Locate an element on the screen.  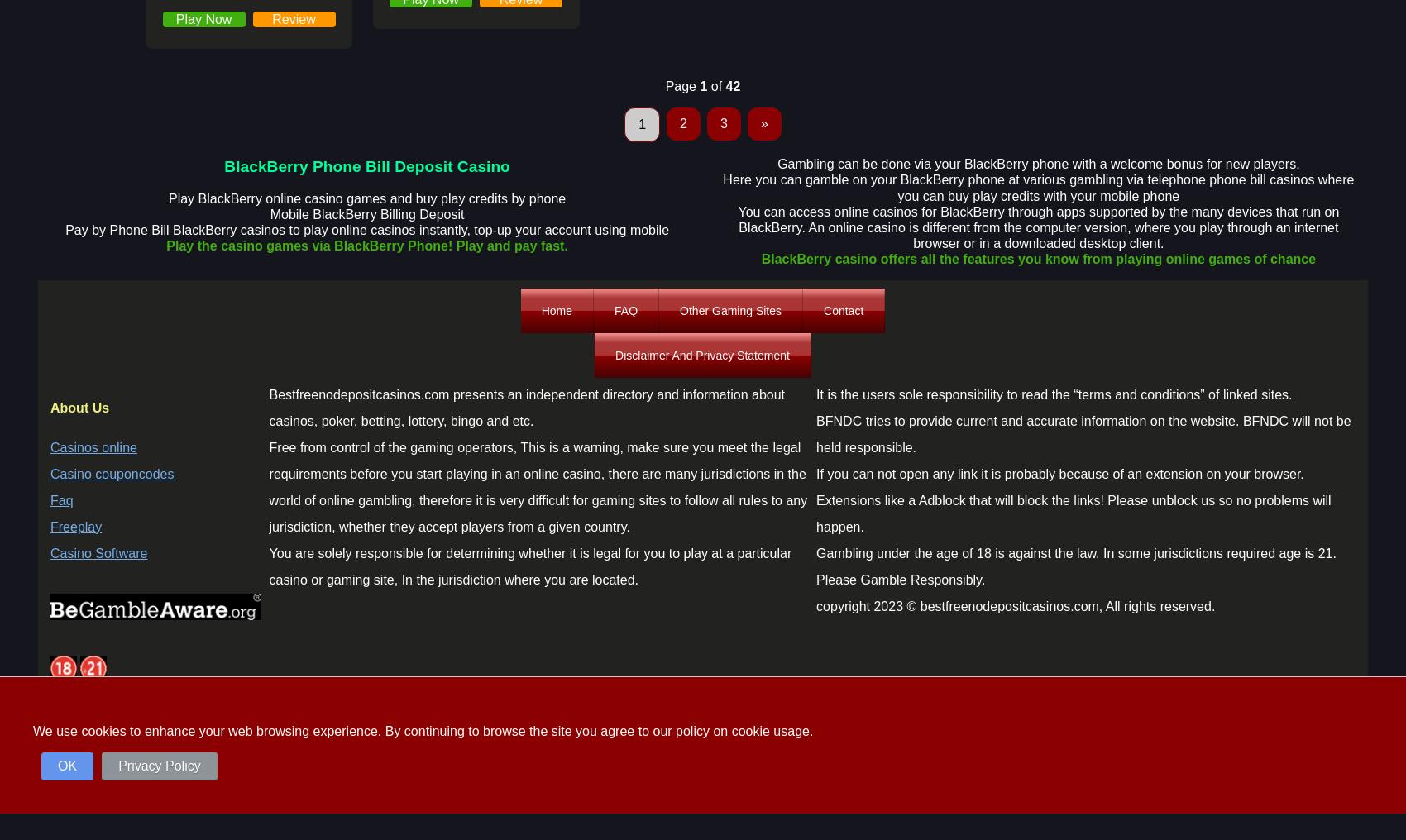
'of' is located at coordinates (715, 86).